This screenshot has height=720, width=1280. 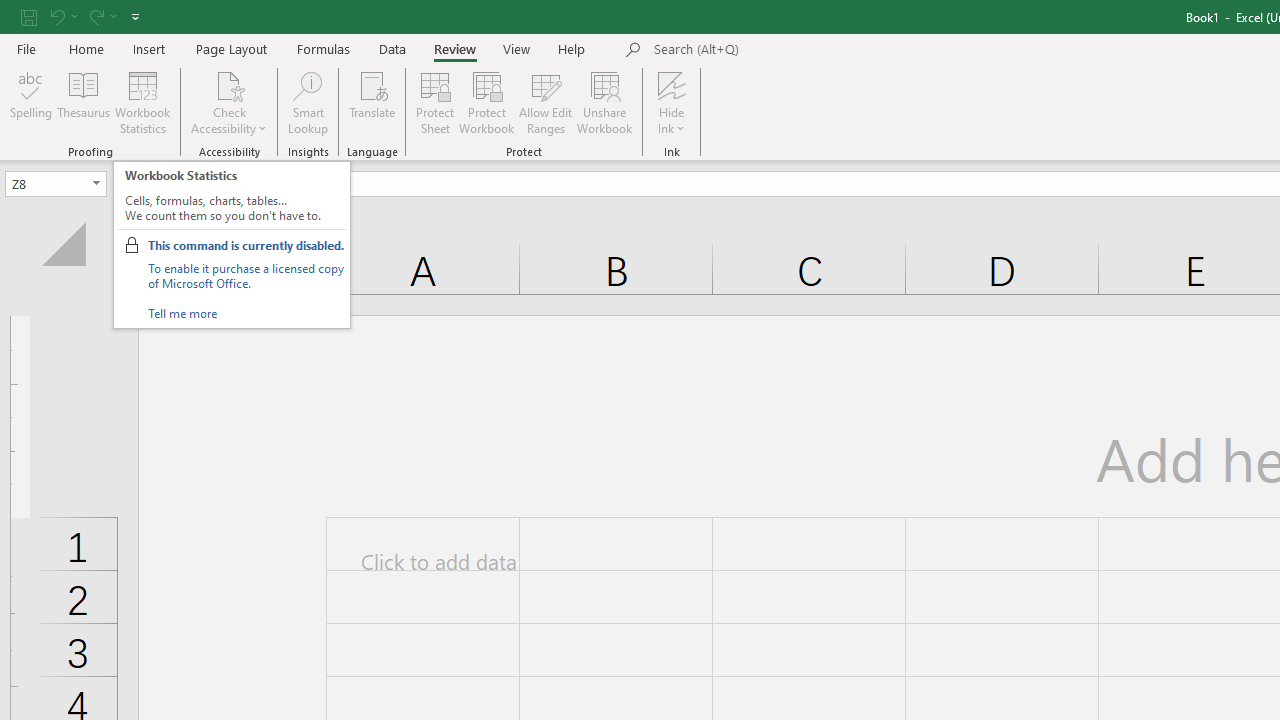 I want to click on 'Workbook Statistics', so click(x=141, y=103).